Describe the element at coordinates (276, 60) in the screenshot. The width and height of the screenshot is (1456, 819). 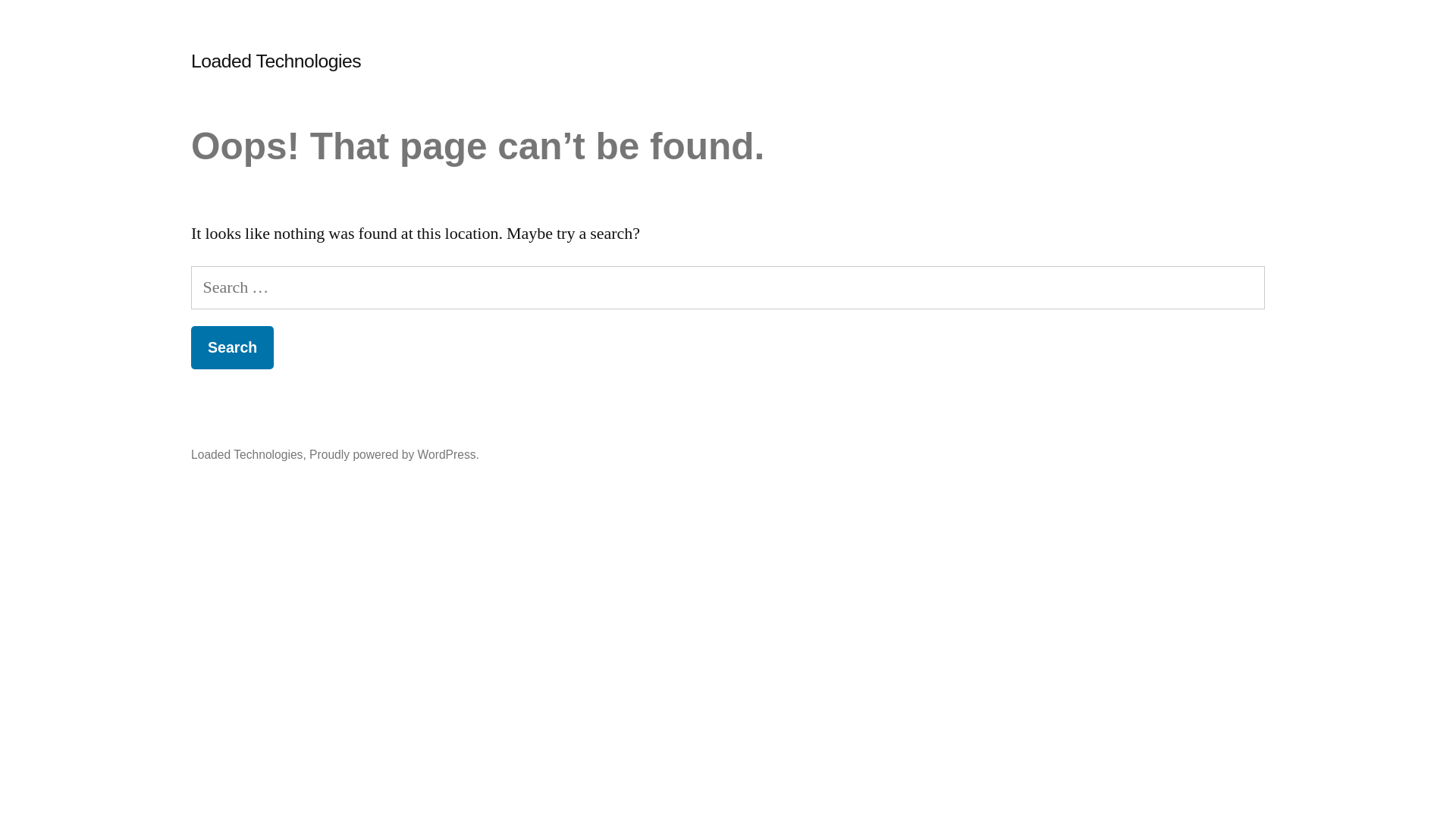
I see `'Loaded Technologies'` at that location.